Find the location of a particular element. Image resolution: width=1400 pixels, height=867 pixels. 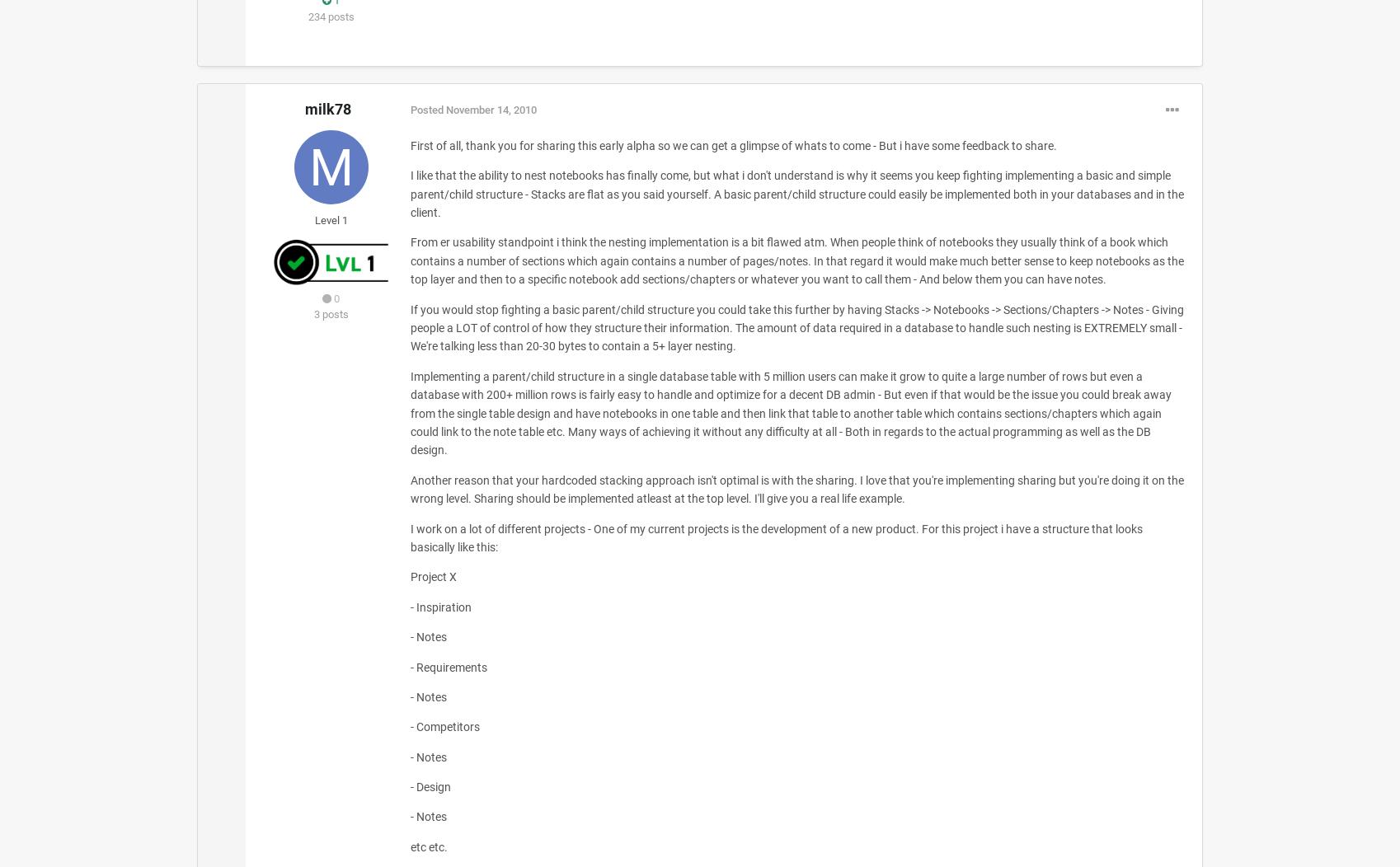

'Implementing a parent/child structure in a single database table with 5 million users can make it grow to quite a large number of rows but even a database with 200+ million rows is fairly easy to handle and optimize for a decent DB admin - But even if that would be the issue you could break away from the single table design and have notebooks in one table and then link that table to another table which contains sections/chapters which again could link to the note table etc. Many ways of achieving it without any difficulty at all - Both in regards to the actual programming as well as the DB design.' is located at coordinates (409, 411).